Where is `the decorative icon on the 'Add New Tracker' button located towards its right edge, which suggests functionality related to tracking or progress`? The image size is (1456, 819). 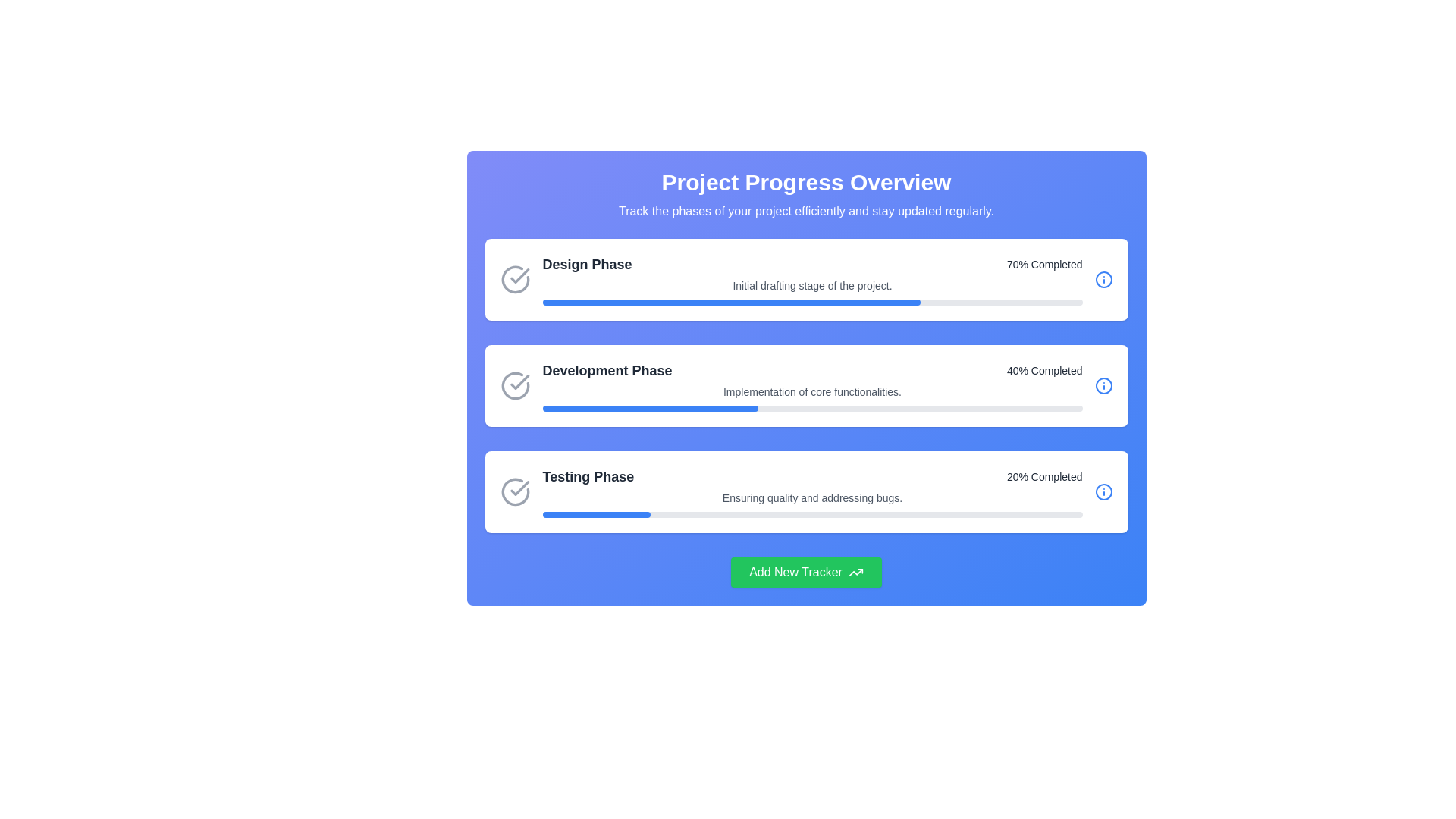
the decorative icon on the 'Add New Tracker' button located towards its right edge, which suggests functionality related to tracking or progress is located at coordinates (855, 573).